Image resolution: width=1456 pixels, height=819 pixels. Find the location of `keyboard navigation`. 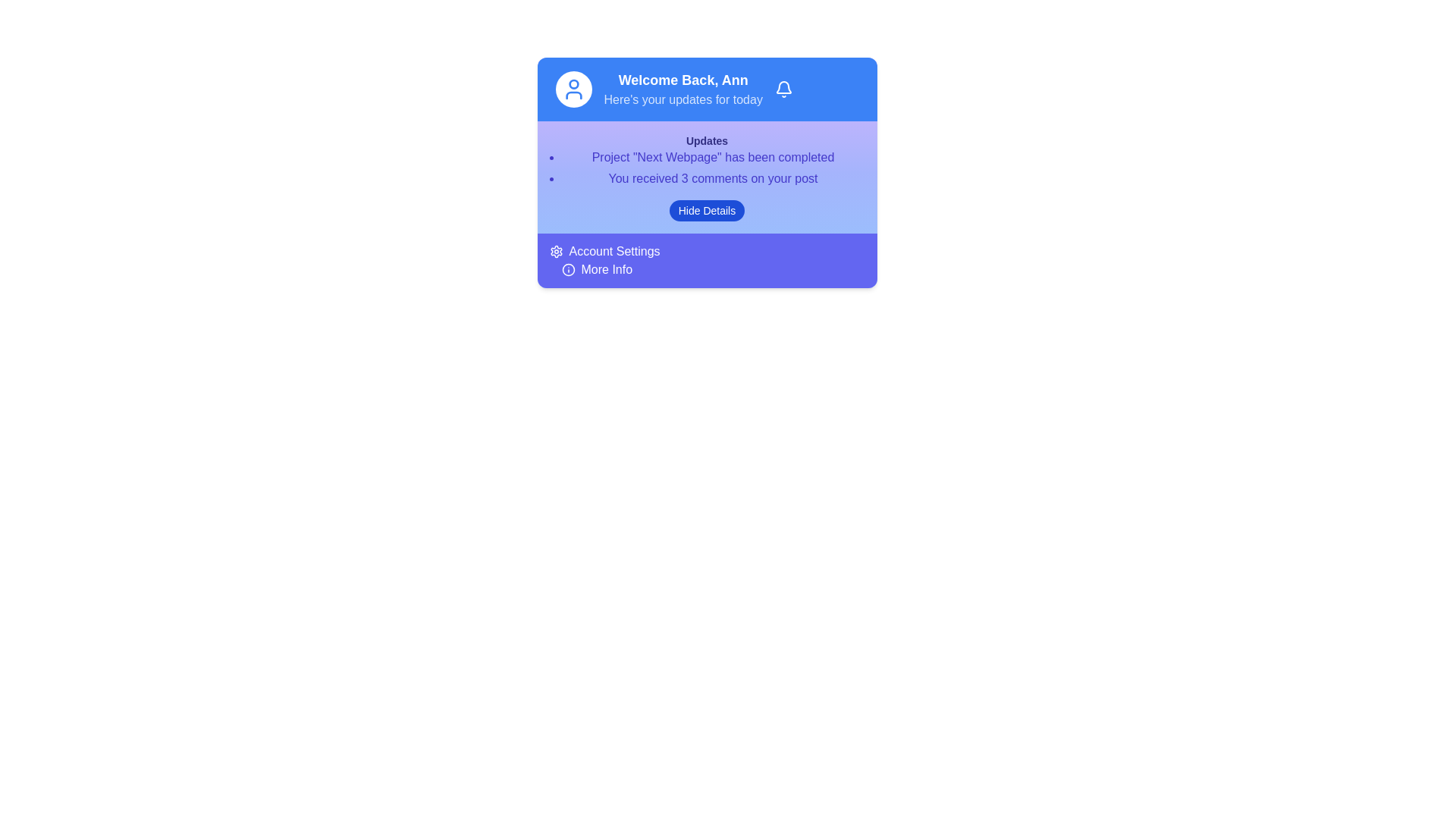

keyboard navigation is located at coordinates (596, 268).